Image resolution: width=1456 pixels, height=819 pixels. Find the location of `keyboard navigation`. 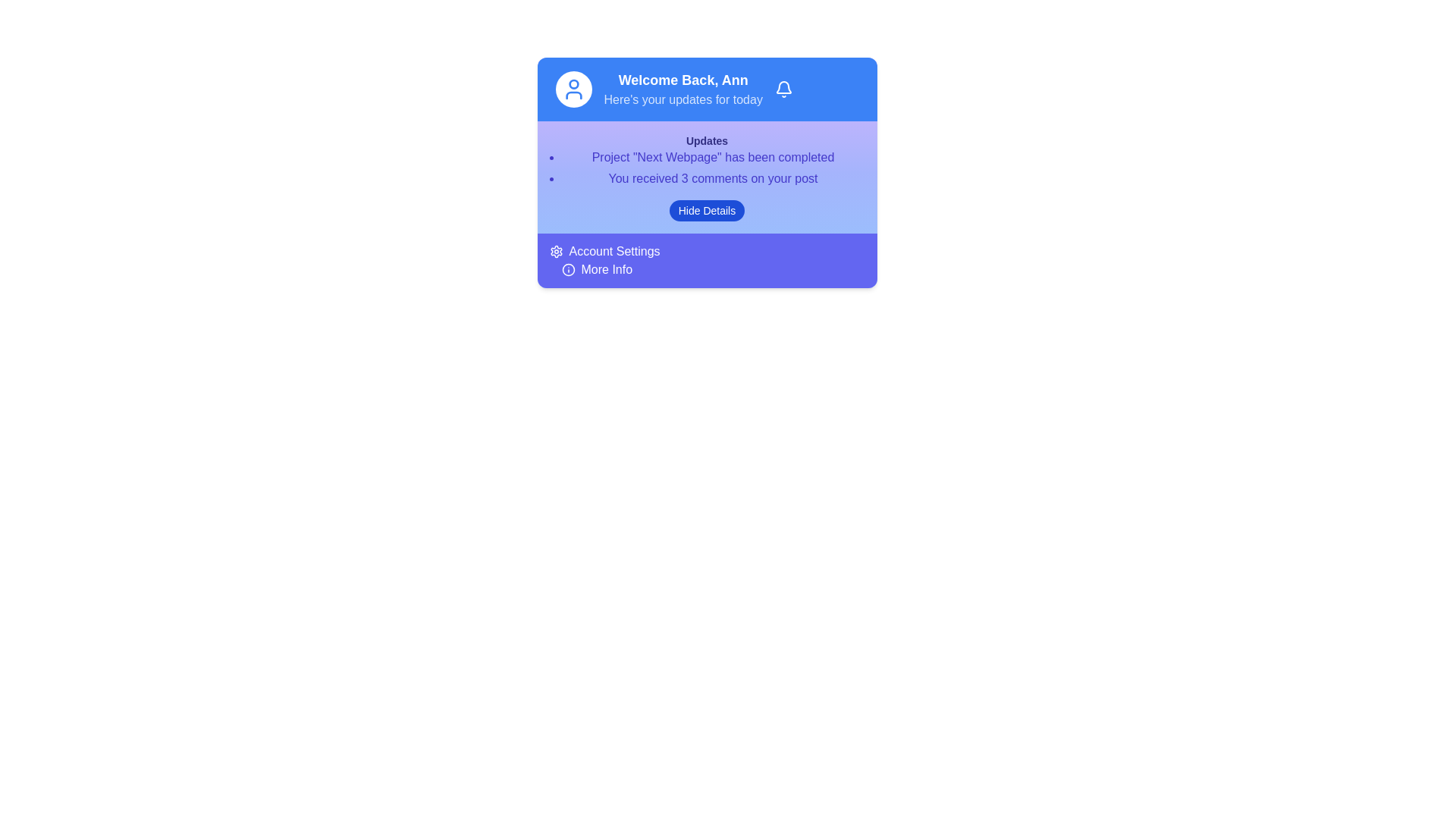

keyboard navigation is located at coordinates (596, 268).